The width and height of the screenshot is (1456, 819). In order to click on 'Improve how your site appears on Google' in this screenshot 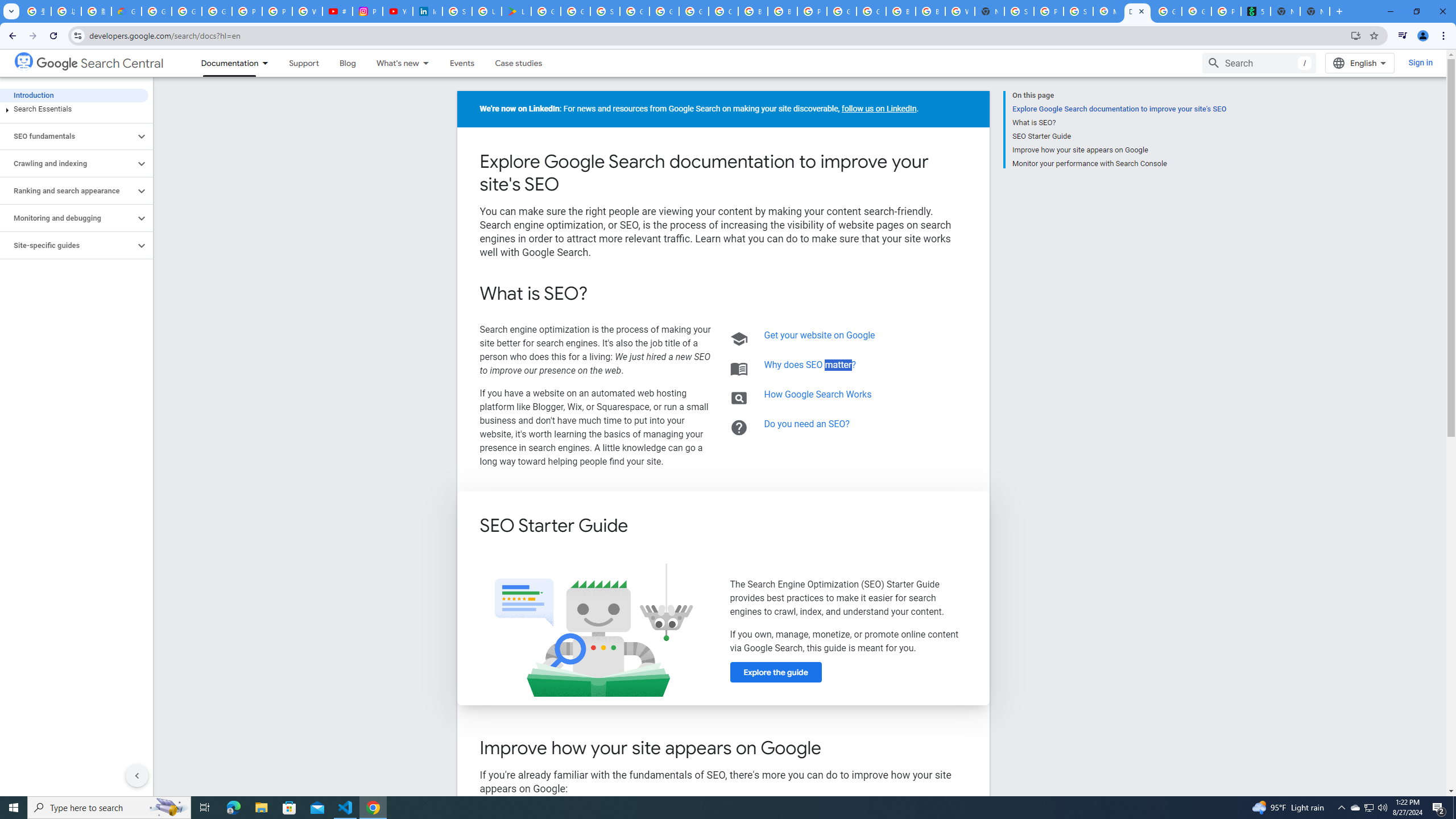, I will do `click(1118, 150)`.